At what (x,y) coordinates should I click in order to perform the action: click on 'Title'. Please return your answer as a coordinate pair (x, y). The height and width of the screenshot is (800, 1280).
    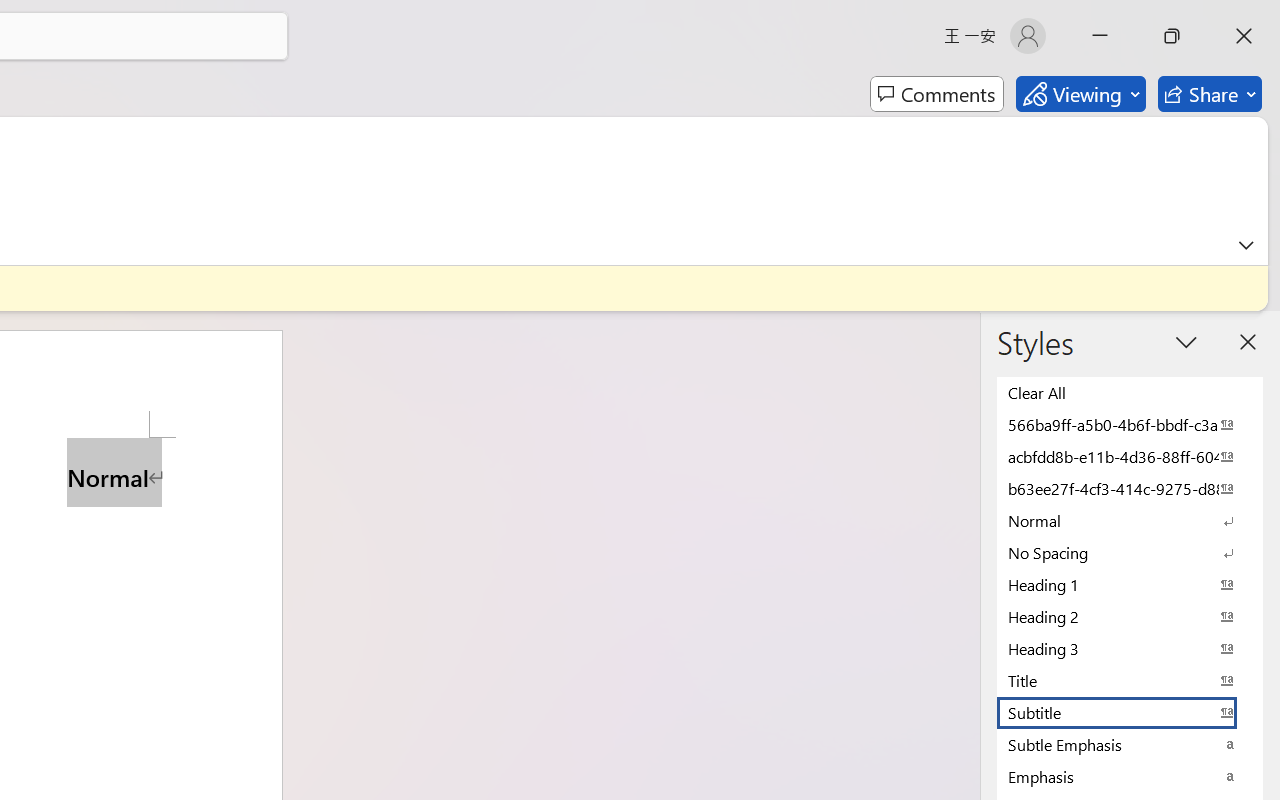
    Looking at the image, I should click on (1130, 680).